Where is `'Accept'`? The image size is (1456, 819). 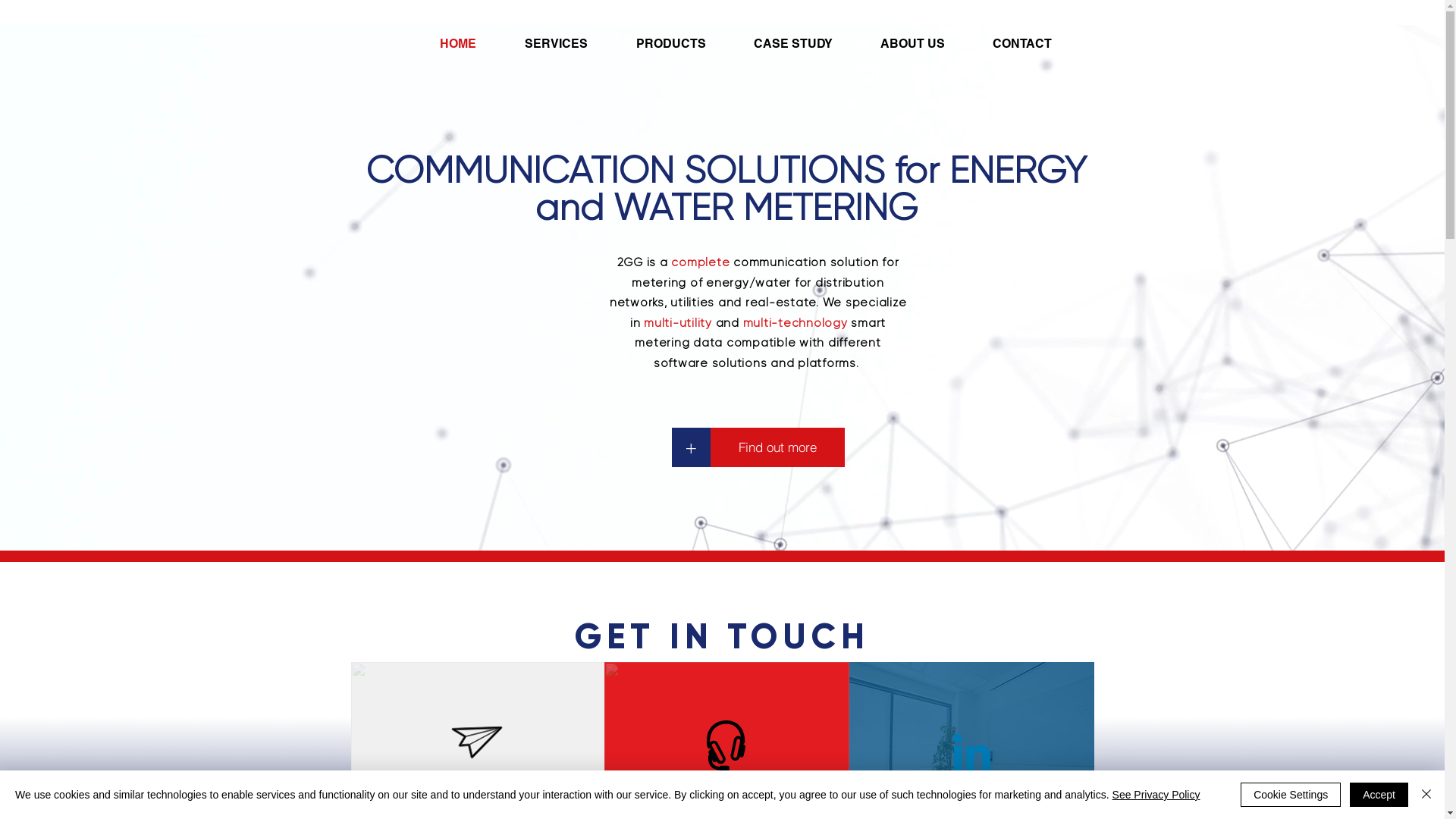
'Accept' is located at coordinates (1350, 794).